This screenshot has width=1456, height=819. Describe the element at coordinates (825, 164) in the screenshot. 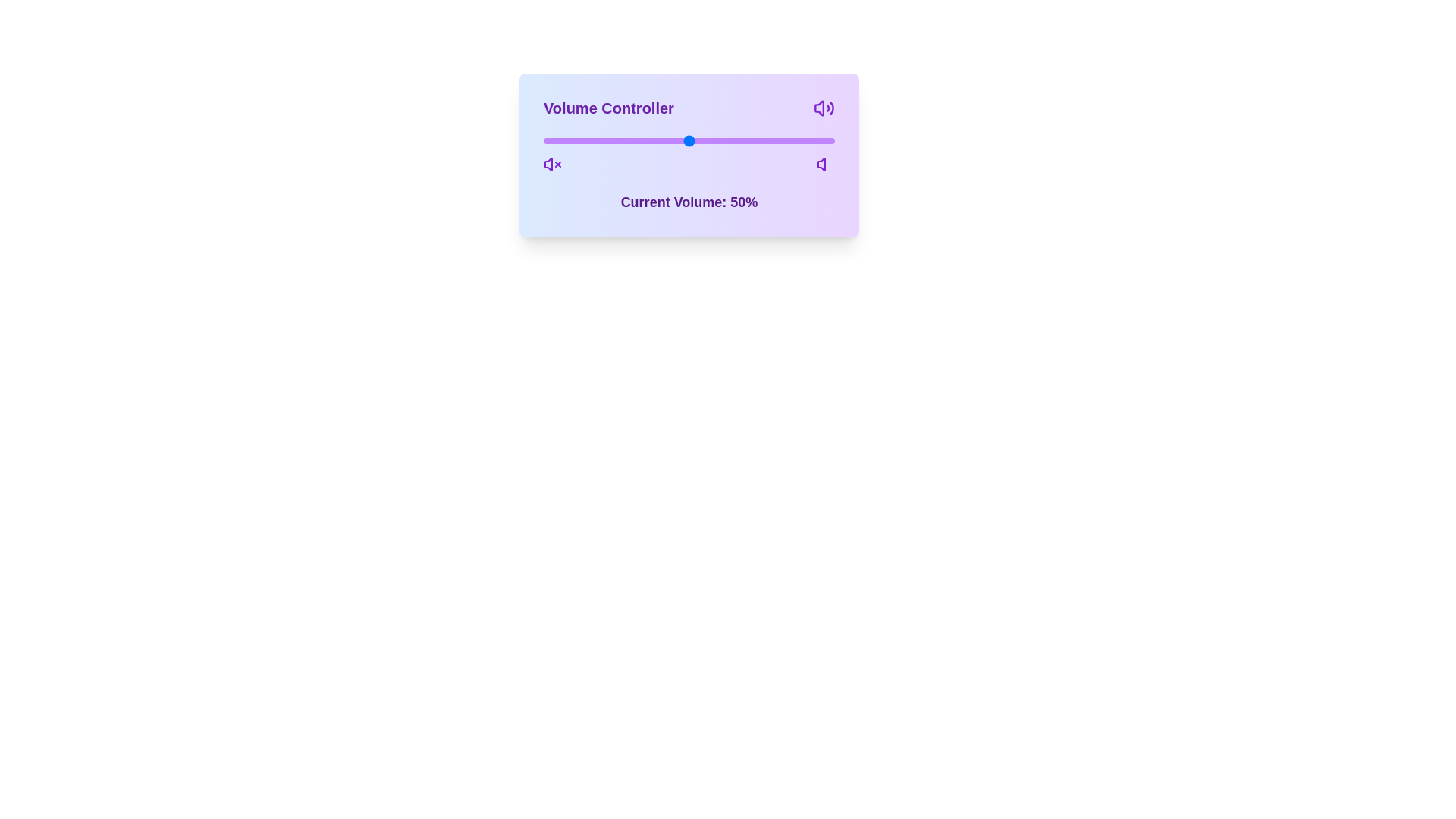

I see `the volume_up icon to adjust the volume` at that location.